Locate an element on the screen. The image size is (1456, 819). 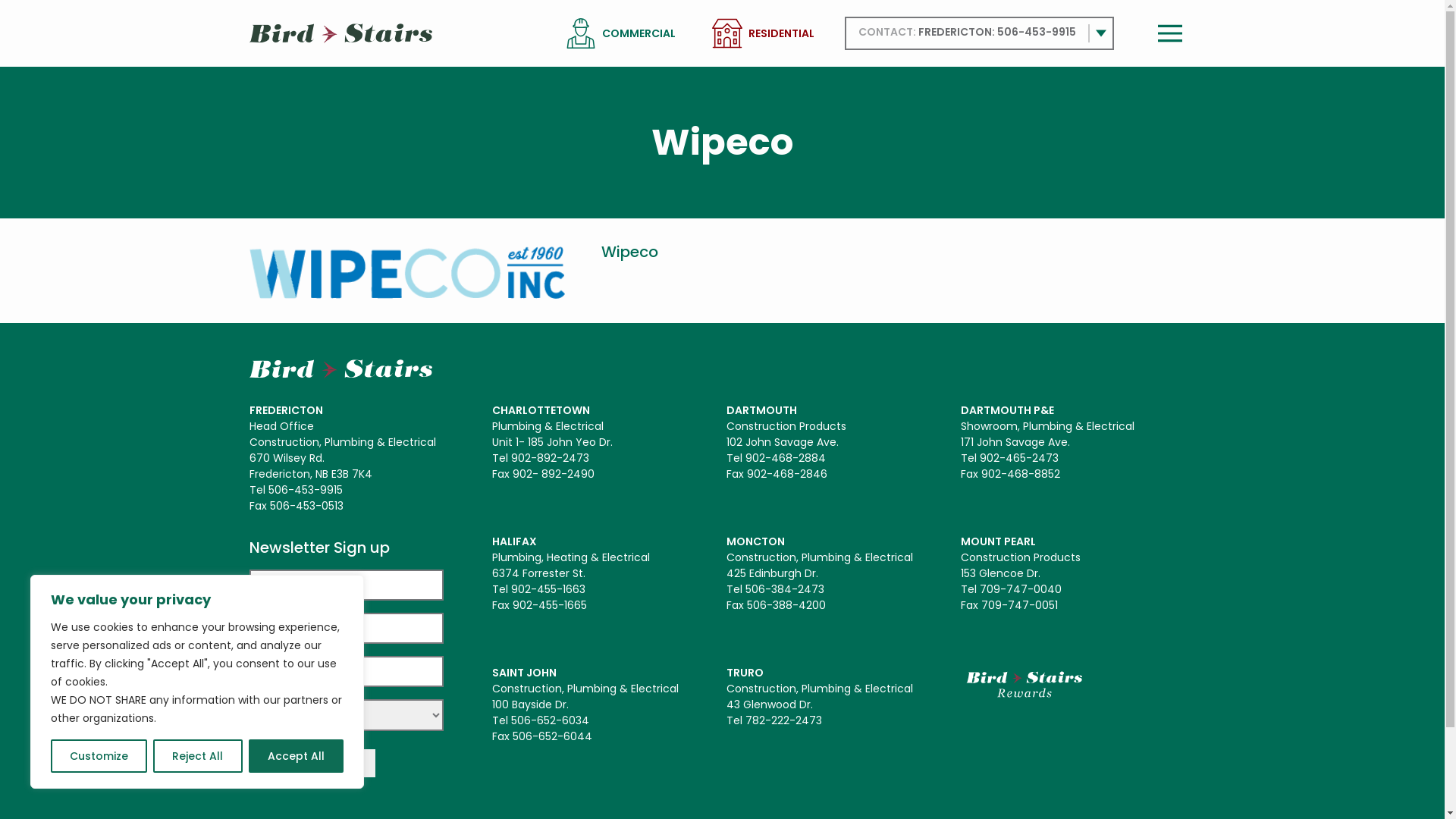
'MONCTON' is located at coordinates (726, 540).